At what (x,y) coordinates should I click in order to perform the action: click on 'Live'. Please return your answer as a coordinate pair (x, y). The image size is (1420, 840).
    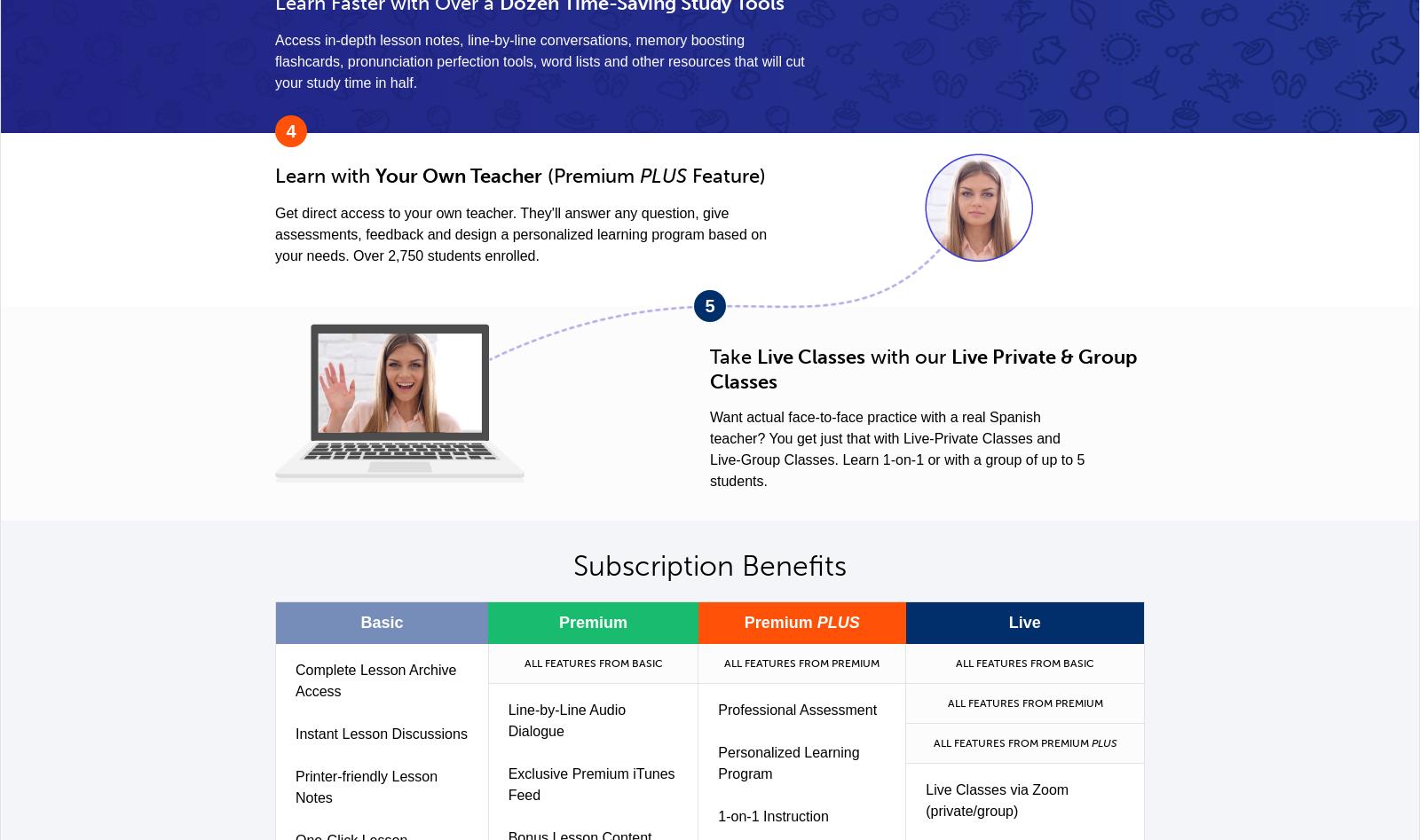
    Looking at the image, I should click on (1008, 622).